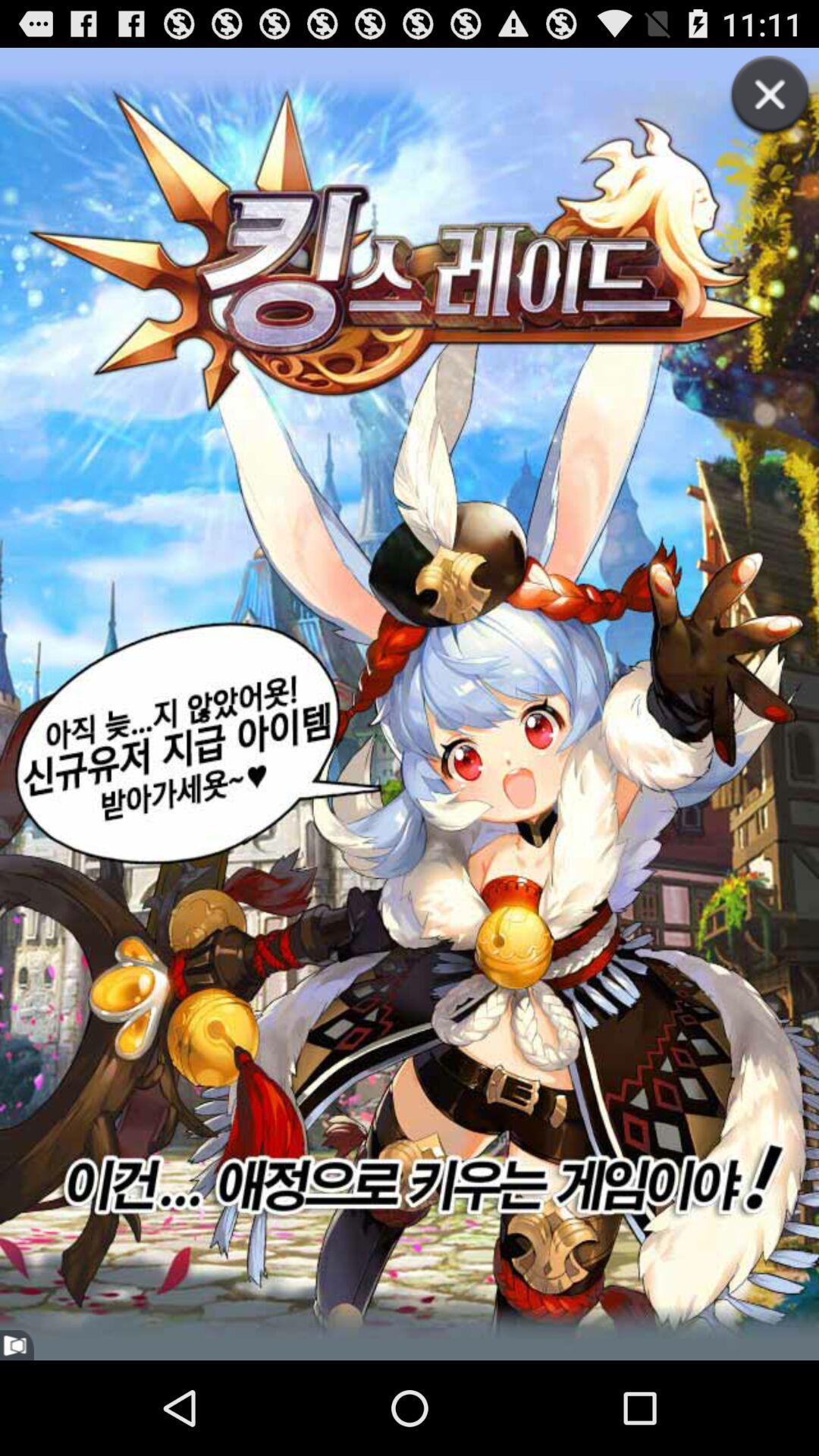 The height and width of the screenshot is (1456, 819). What do you see at coordinates (17, 1439) in the screenshot?
I see `the folder icon` at bounding box center [17, 1439].